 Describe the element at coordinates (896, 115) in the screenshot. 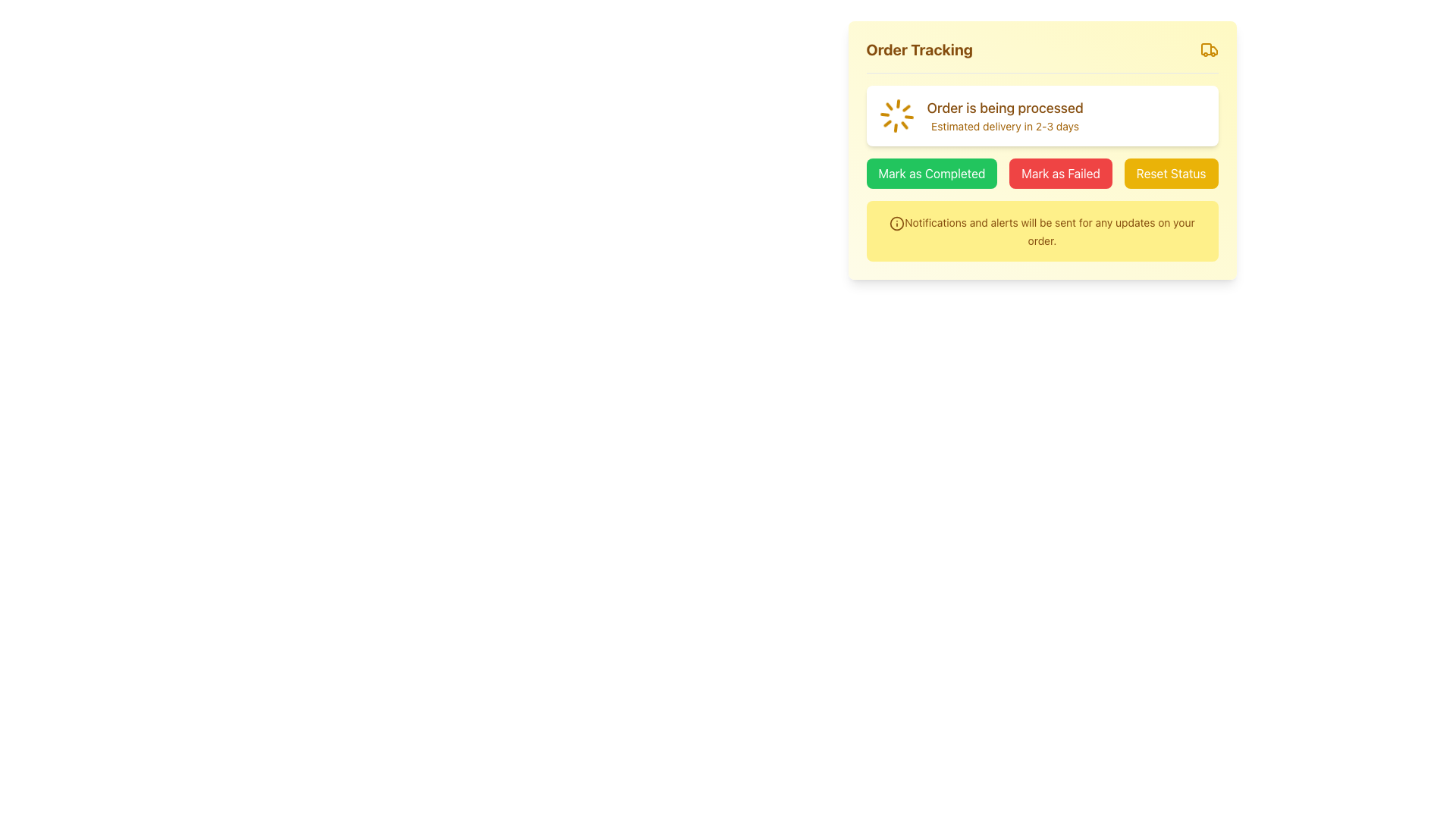

I see `the spinner element located at the top left of the white card indicating 'Order is being processed' and 'Estimated delivery in 2-3 days'` at that location.